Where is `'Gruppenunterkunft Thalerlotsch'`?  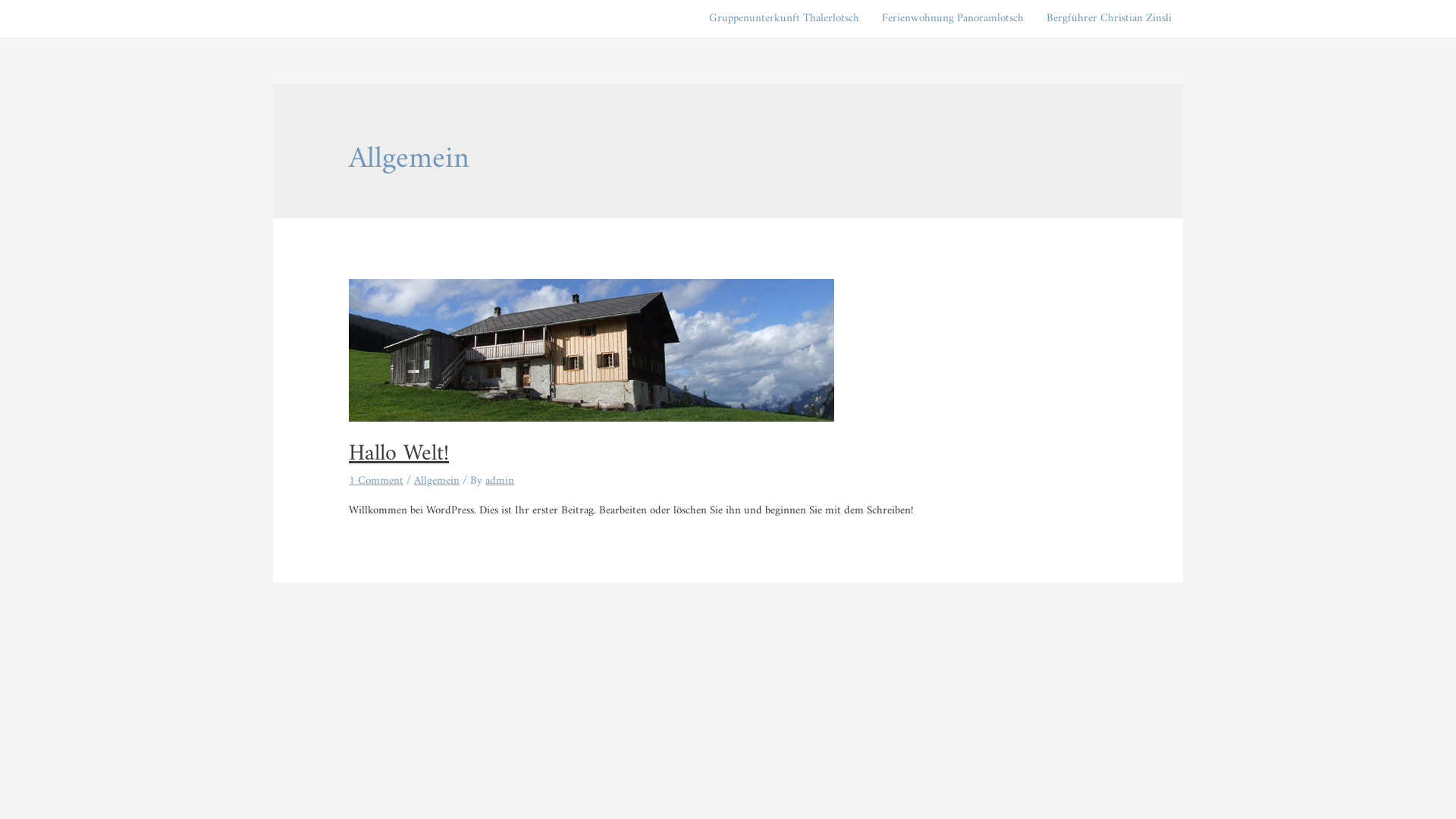
'Gruppenunterkunft Thalerlotsch' is located at coordinates (783, 18).